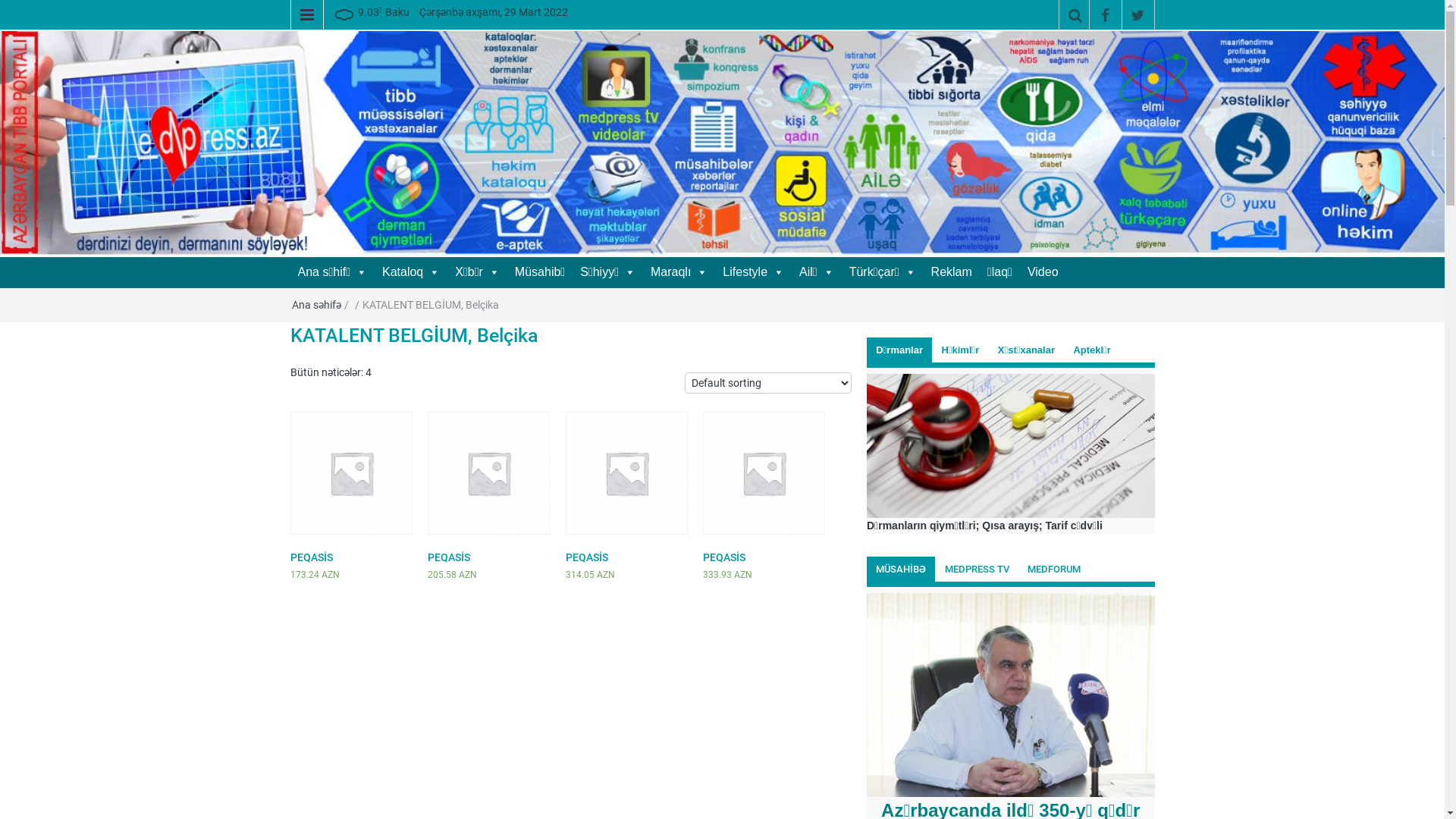 The height and width of the screenshot is (819, 1456). What do you see at coordinates (976, 570) in the screenshot?
I see `'MEDPRESS TV'` at bounding box center [976, 570].